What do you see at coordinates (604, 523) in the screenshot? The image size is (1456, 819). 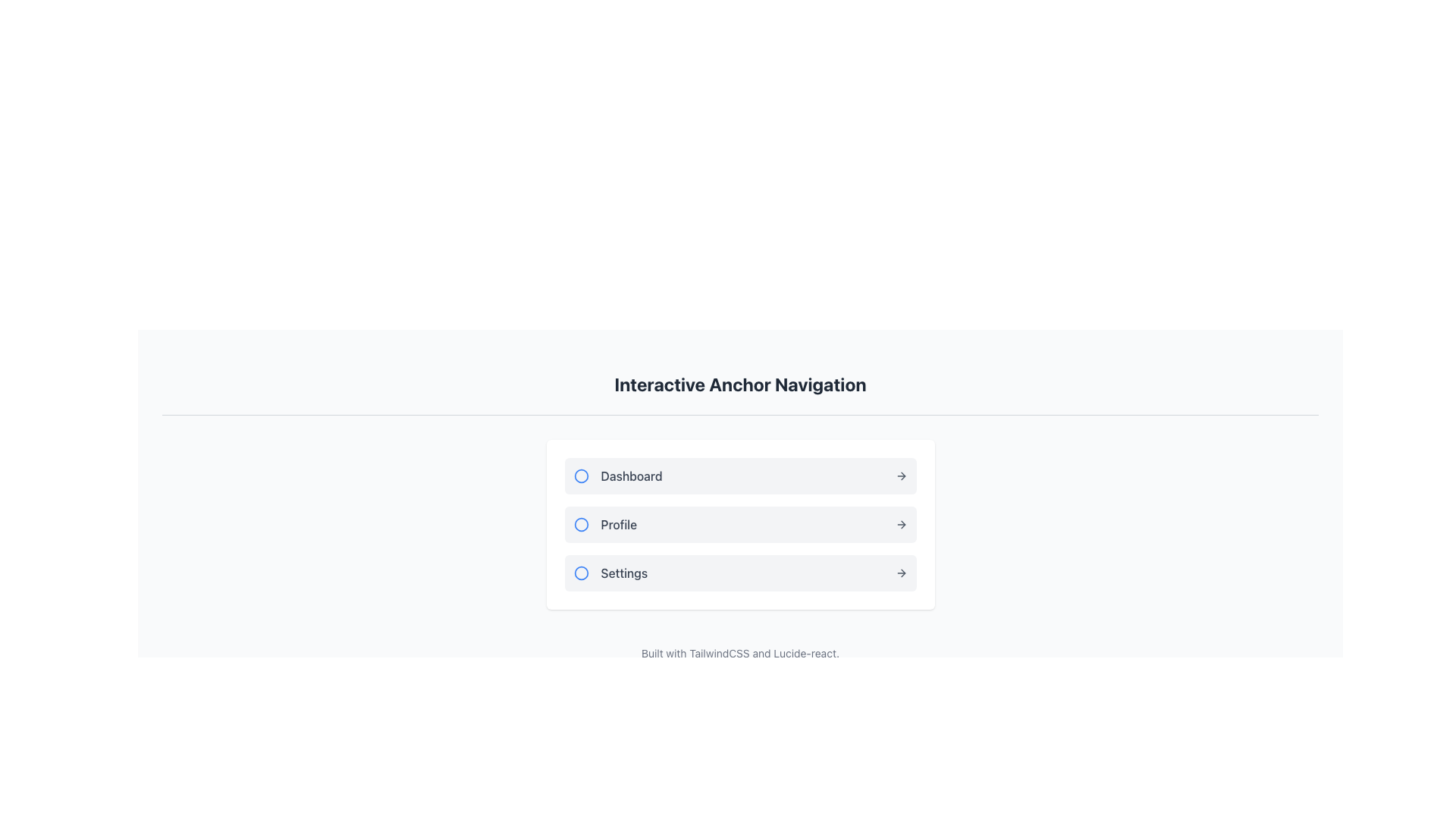 I see `the 'Profile' text label in the navigation menu` at bounding box center [604, 523].